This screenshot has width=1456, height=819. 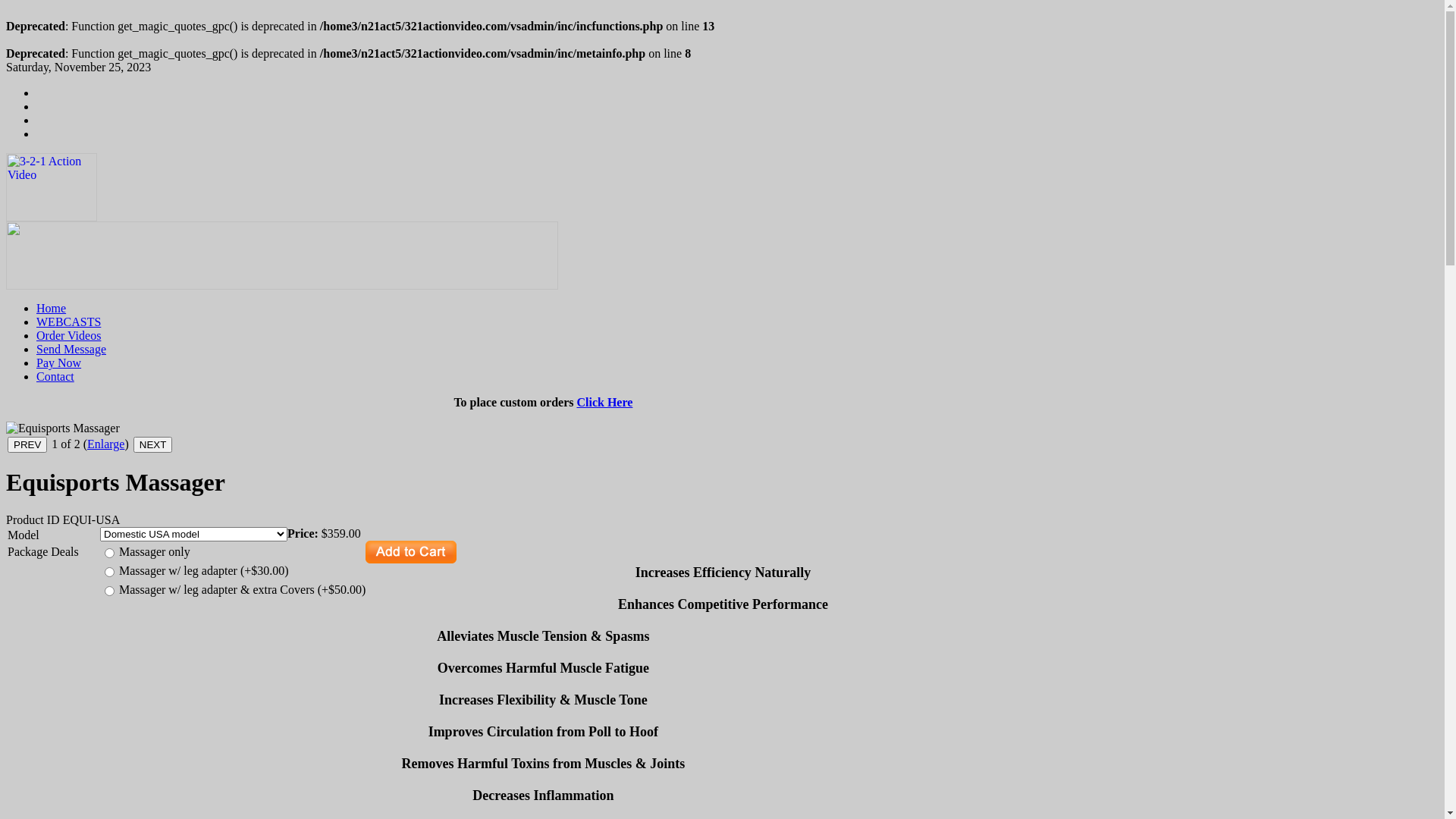 I want to click on 'Enlarge', so click(x=86, y=444).